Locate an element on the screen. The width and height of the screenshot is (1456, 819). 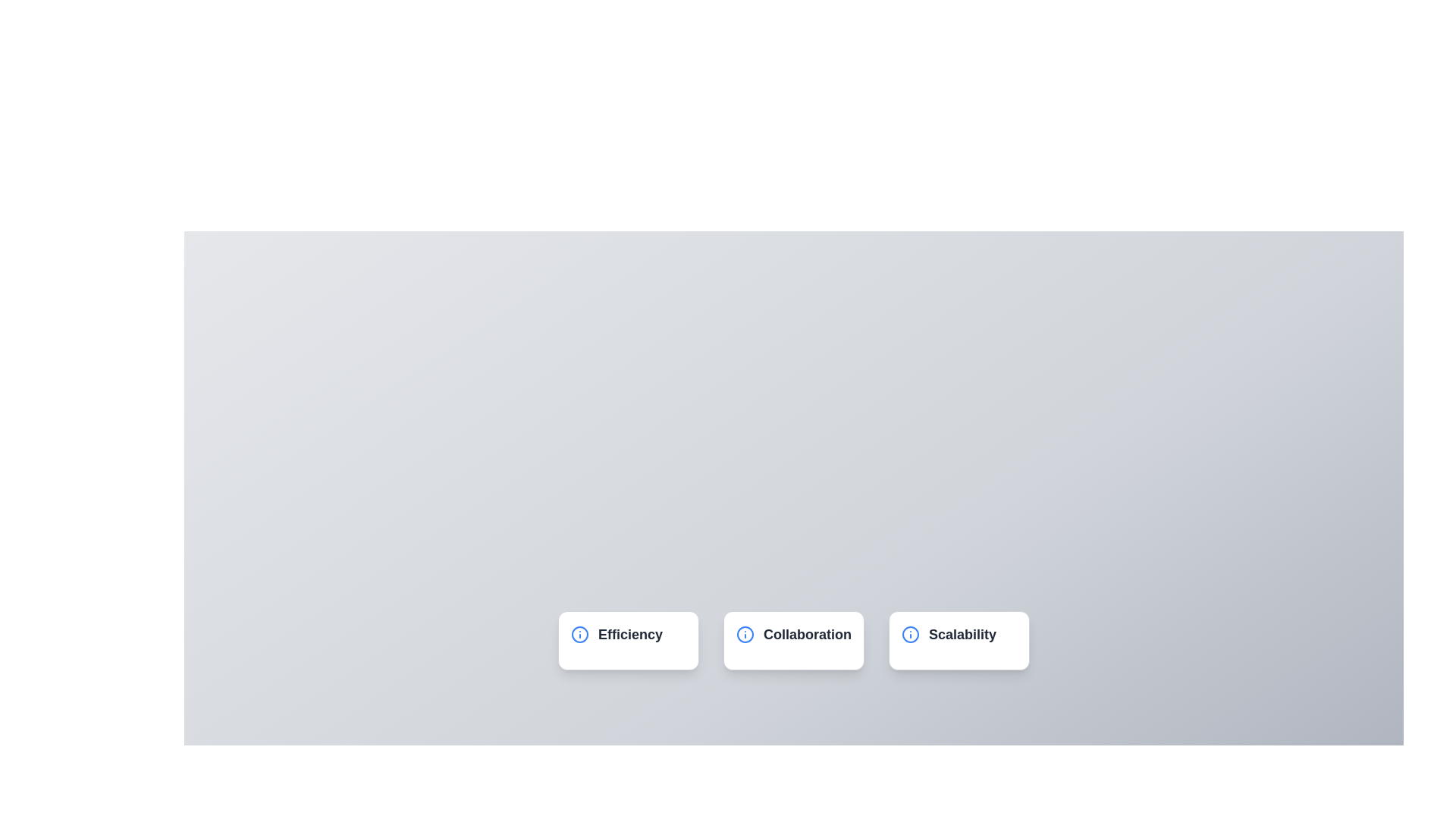
the informational card about 'Scalability', which is positioned in the third spot of a three-element grid layout is located at coordinates (959, 640).